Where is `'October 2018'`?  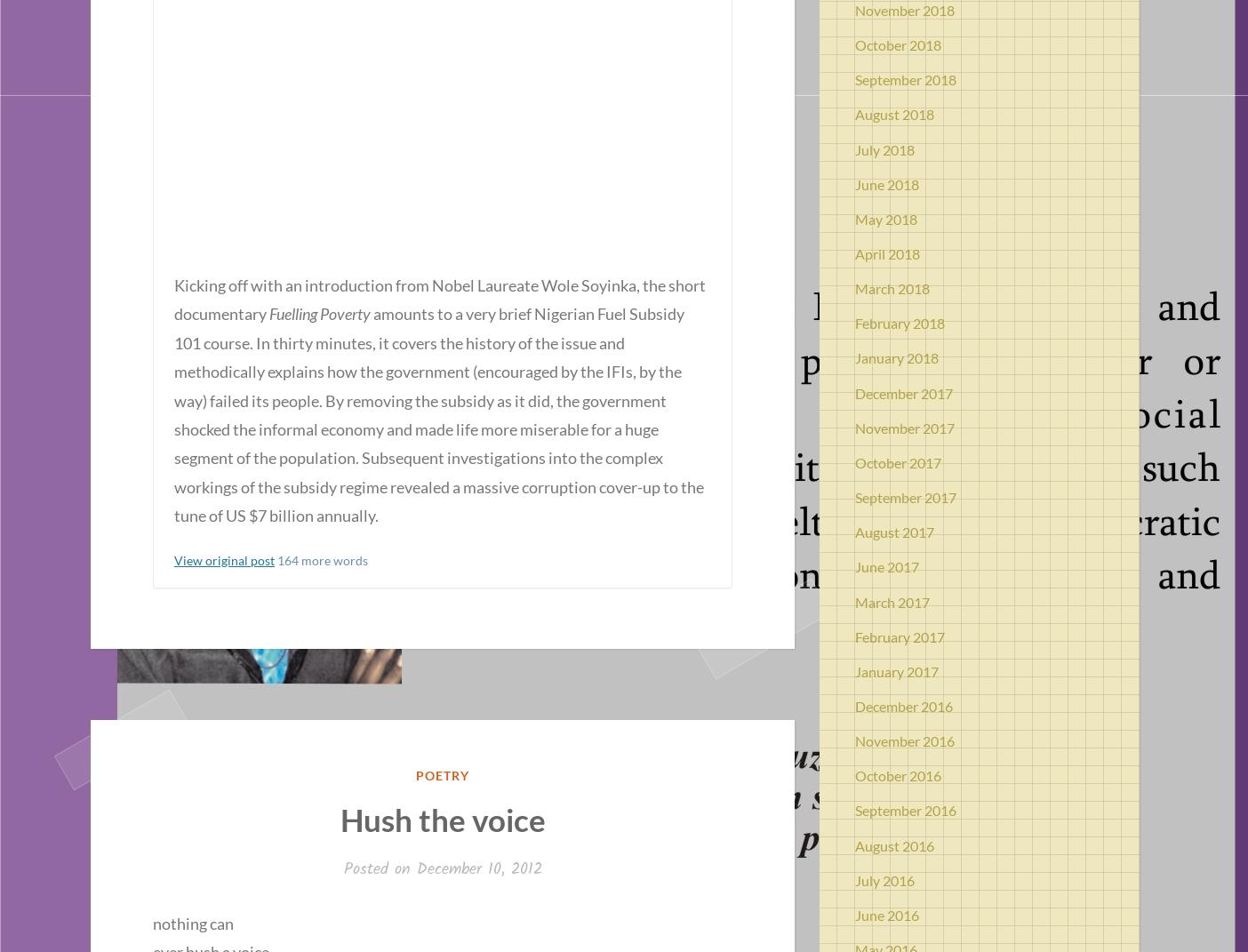 'October 2018' is located at coordinates (898, 44).